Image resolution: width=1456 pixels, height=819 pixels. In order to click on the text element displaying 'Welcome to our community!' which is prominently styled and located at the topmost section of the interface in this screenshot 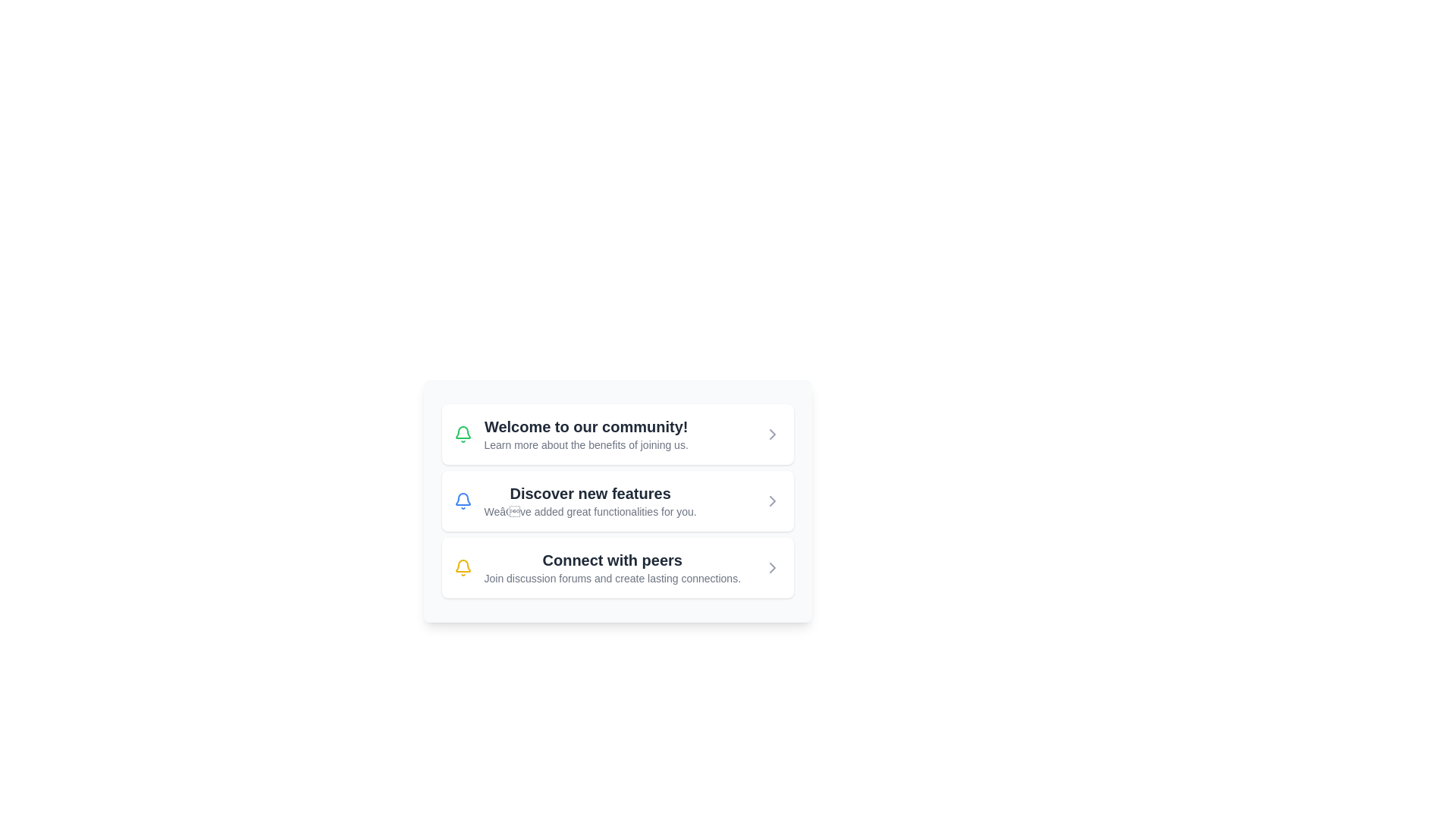, I will do `click(585, 427)`.